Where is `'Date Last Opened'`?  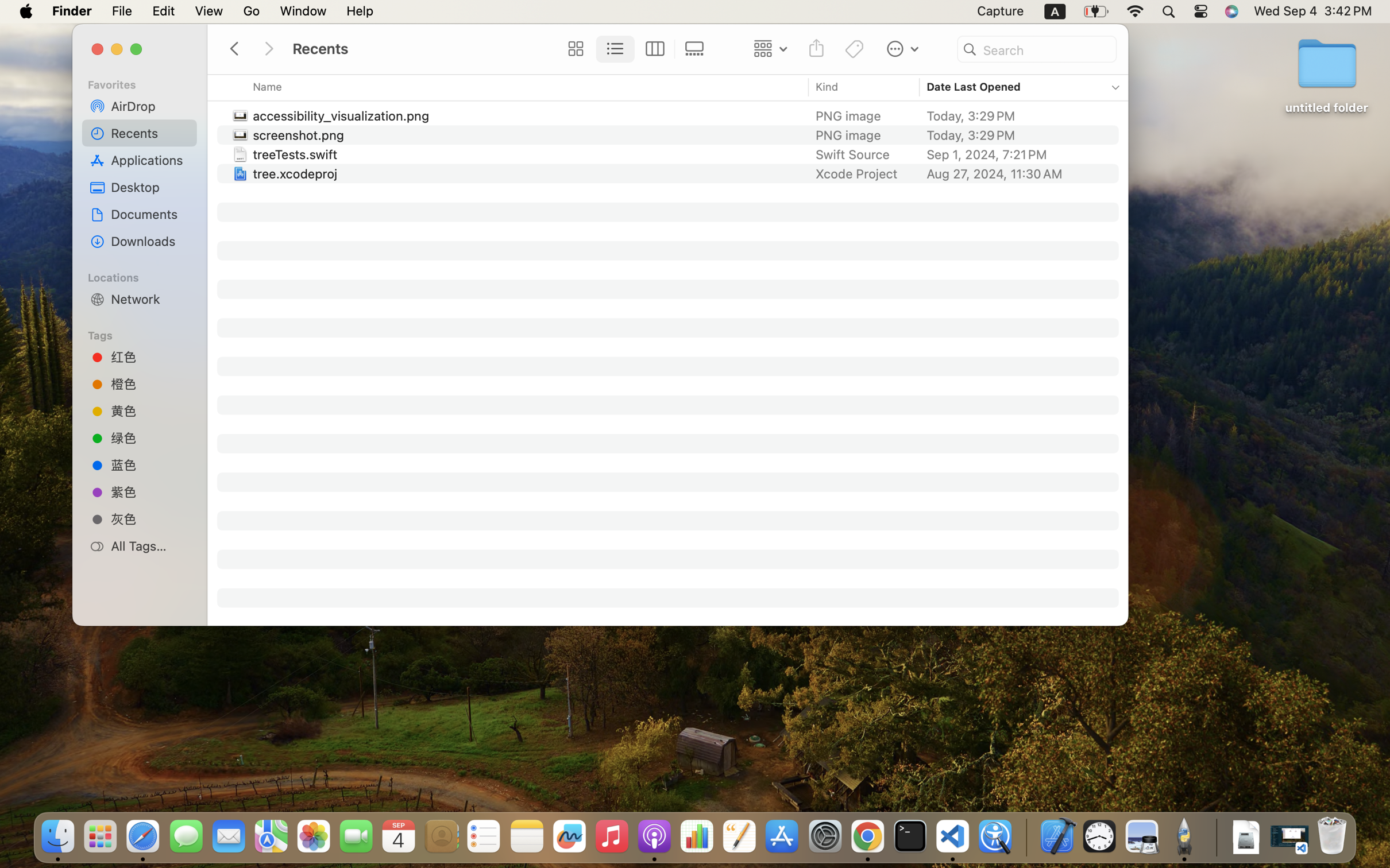
'Date Last Opened' is located at coordinates (974, 86).